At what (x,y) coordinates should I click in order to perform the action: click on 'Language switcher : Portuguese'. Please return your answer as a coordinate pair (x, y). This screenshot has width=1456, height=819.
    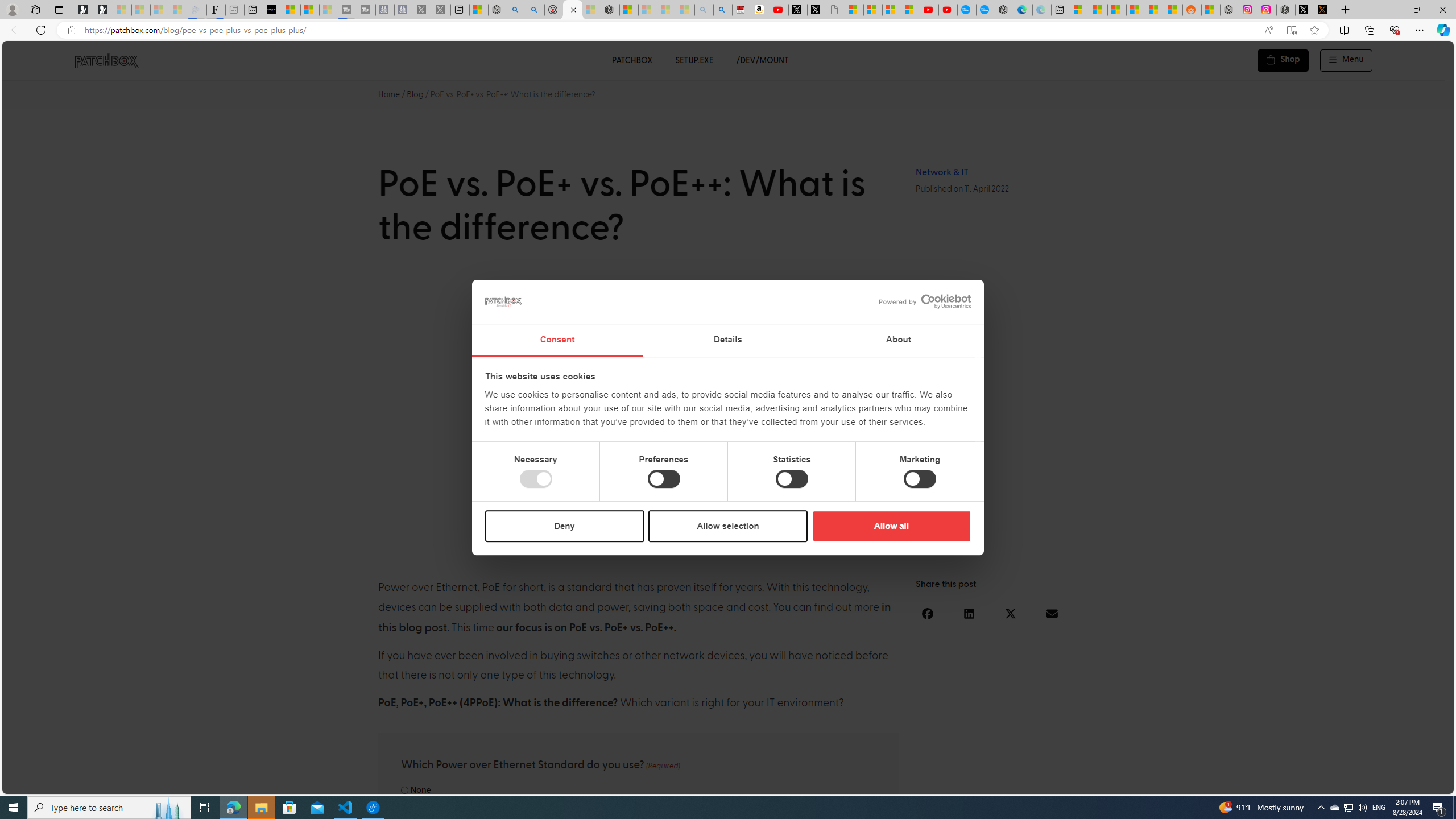
    Looking at the image, I should click on (1402, 783).